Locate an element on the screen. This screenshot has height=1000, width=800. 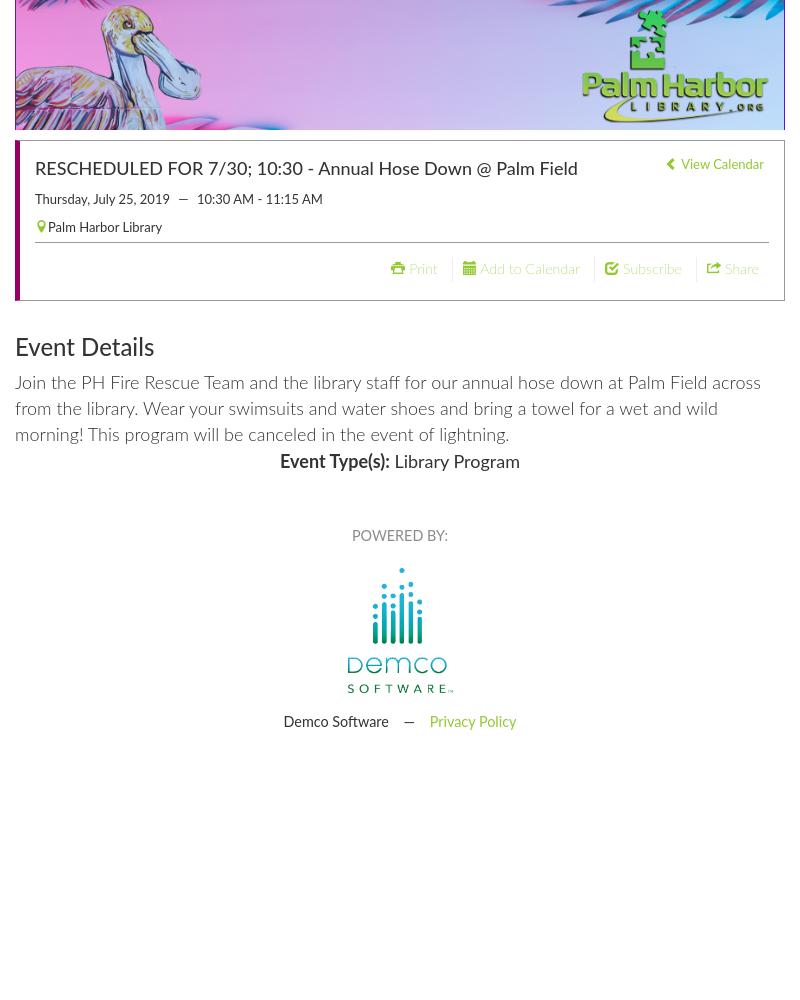
'RESCHEDULED FOR 7/30; 10:30 - Annual Hose Down @ Palm Field' is located at coordinates (305, 170).